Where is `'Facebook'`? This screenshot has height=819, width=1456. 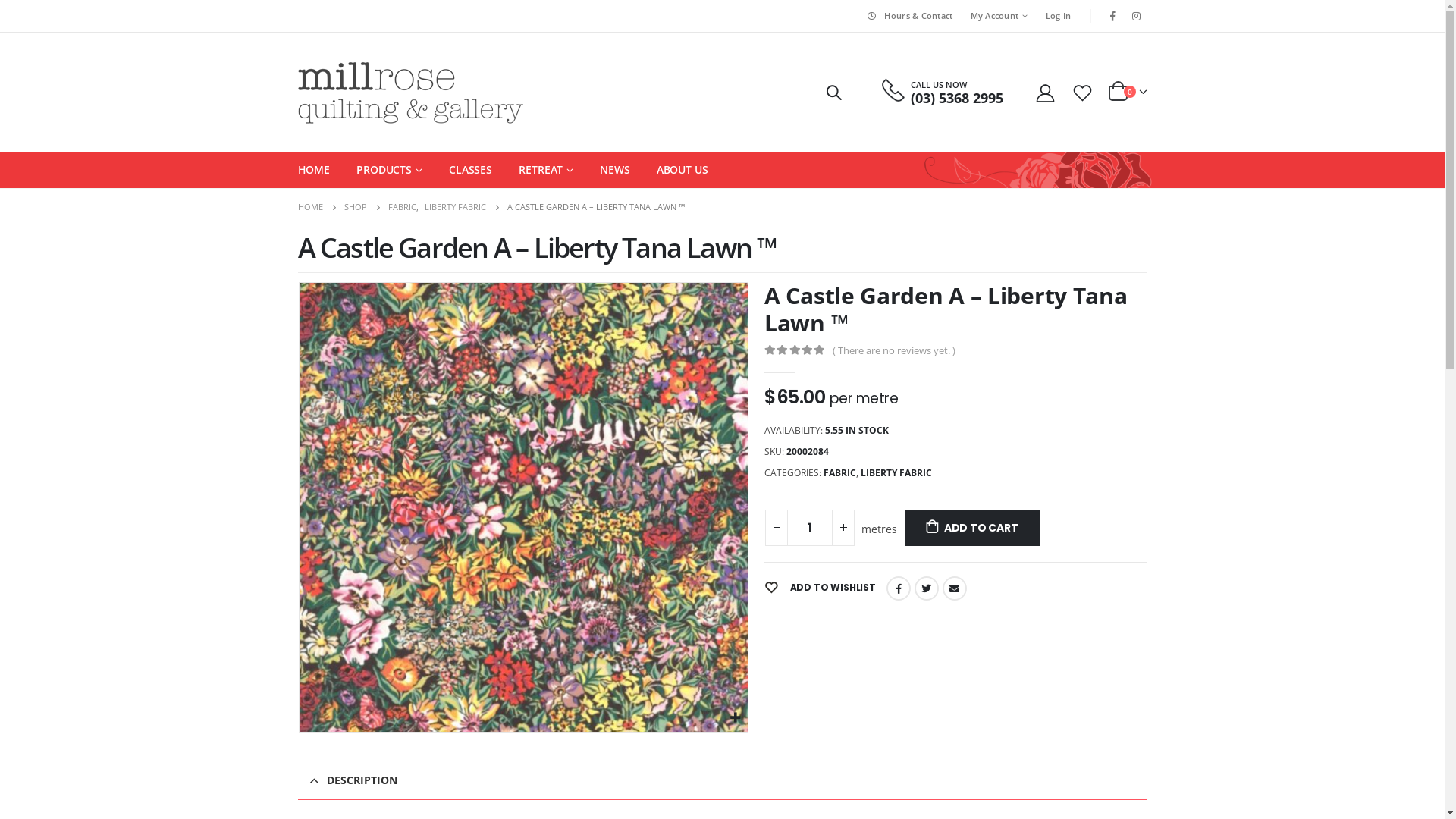
'Facebook' is located at coordinates (1112, 15).